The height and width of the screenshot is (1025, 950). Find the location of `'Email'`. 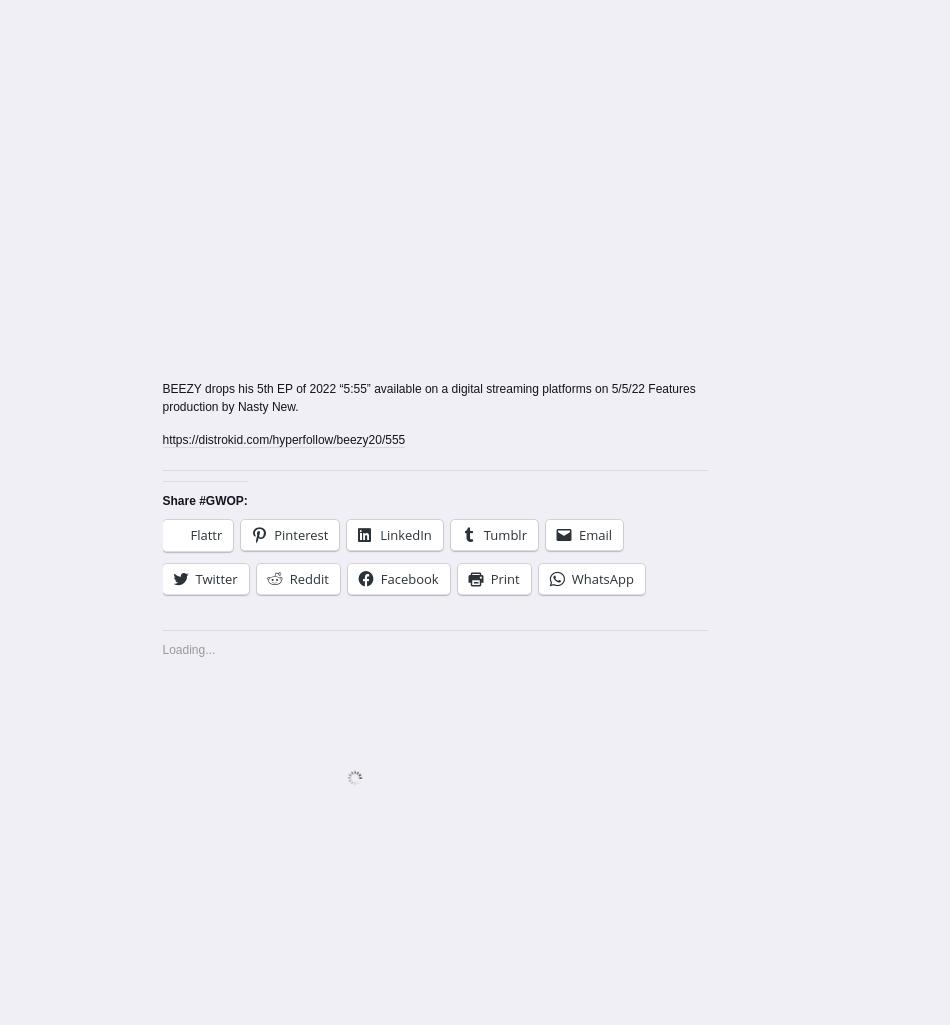

'Email' is located at coordinates (594, 534).